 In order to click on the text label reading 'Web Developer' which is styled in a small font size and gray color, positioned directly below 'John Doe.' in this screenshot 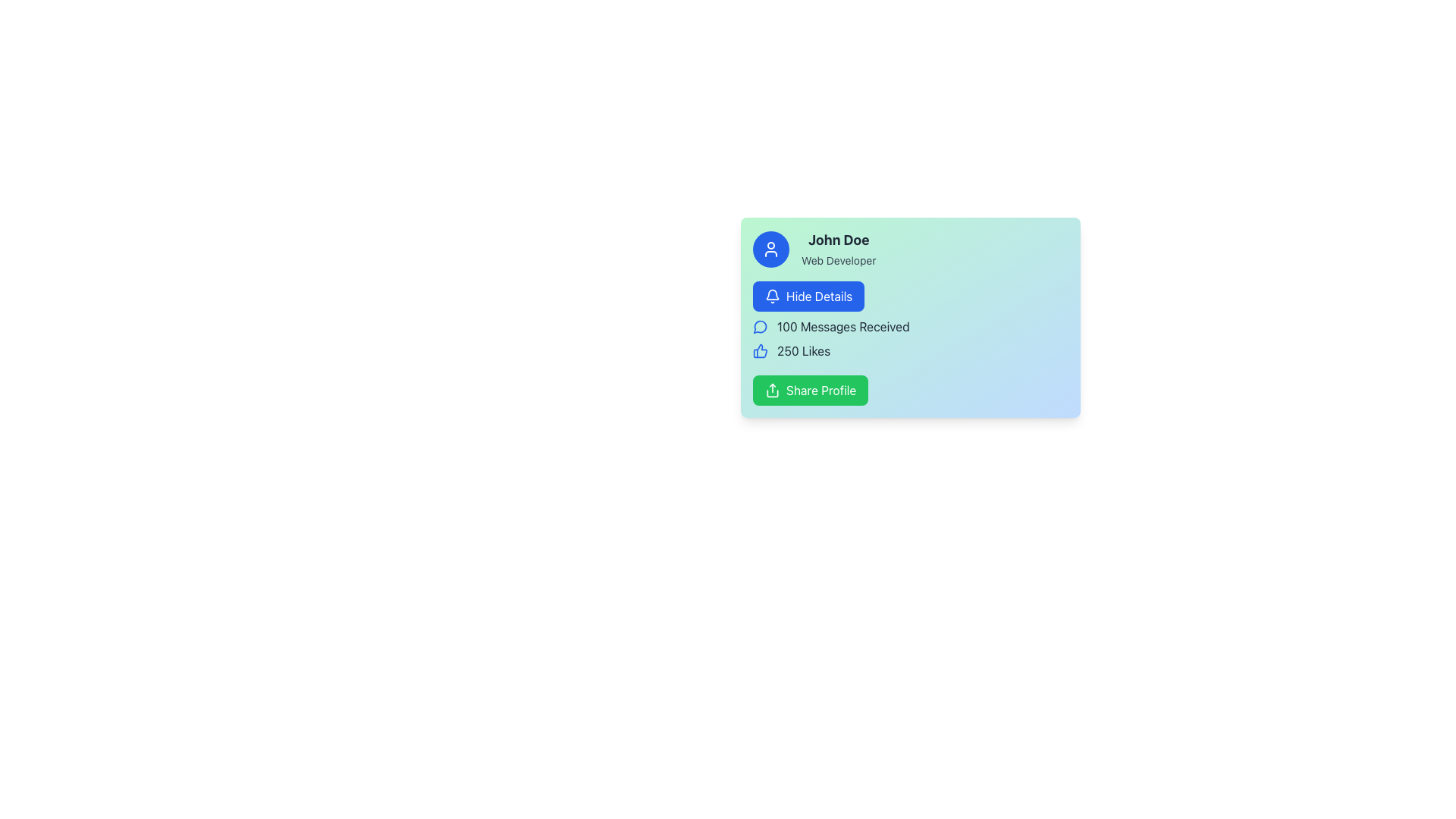, I will do `click(838, 259)`.